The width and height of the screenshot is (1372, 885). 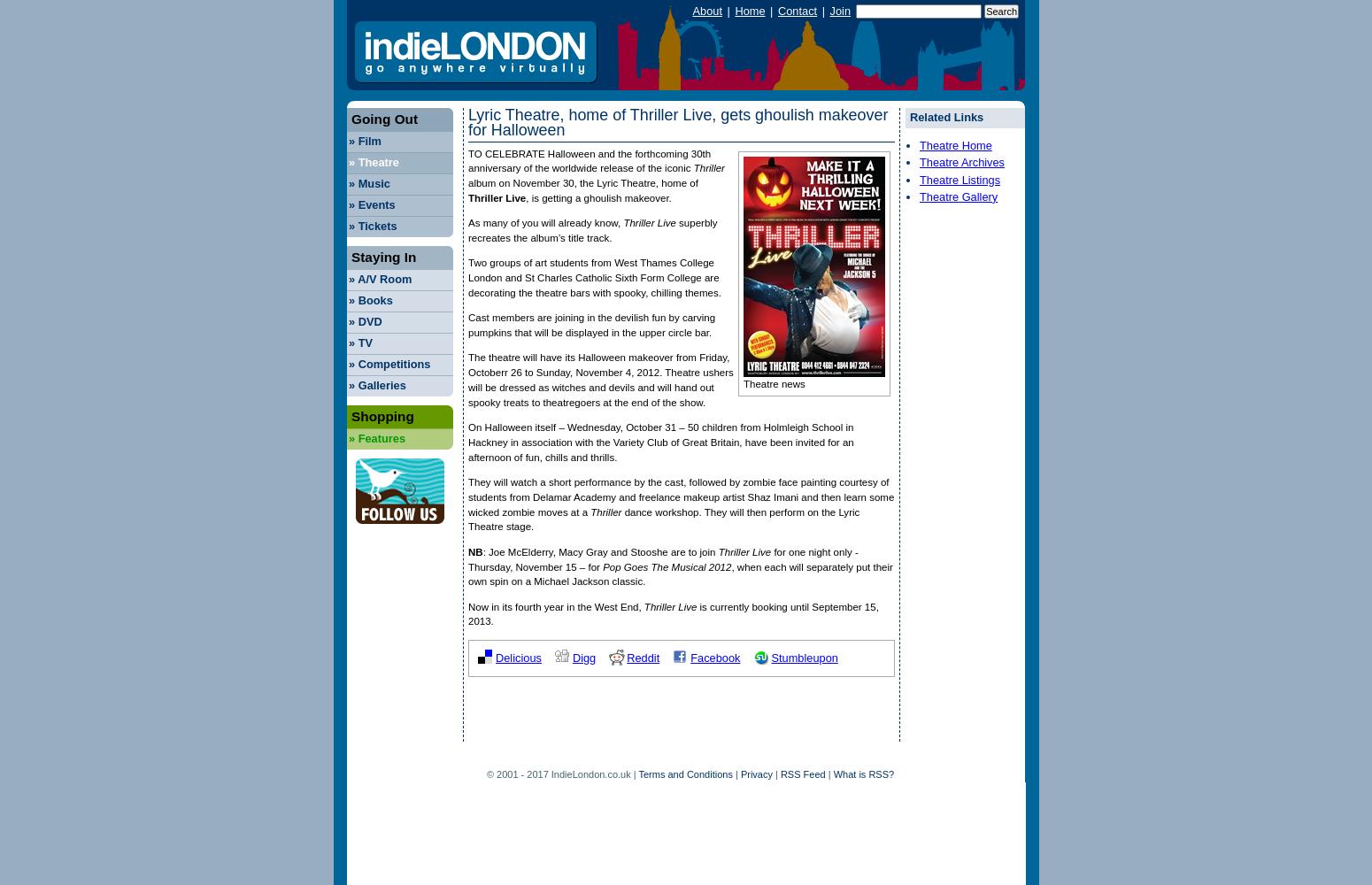 What do you see at coordinates (375, 225) in the screenshot?
I see `'Tickets'` at bounding box center [375, 225].